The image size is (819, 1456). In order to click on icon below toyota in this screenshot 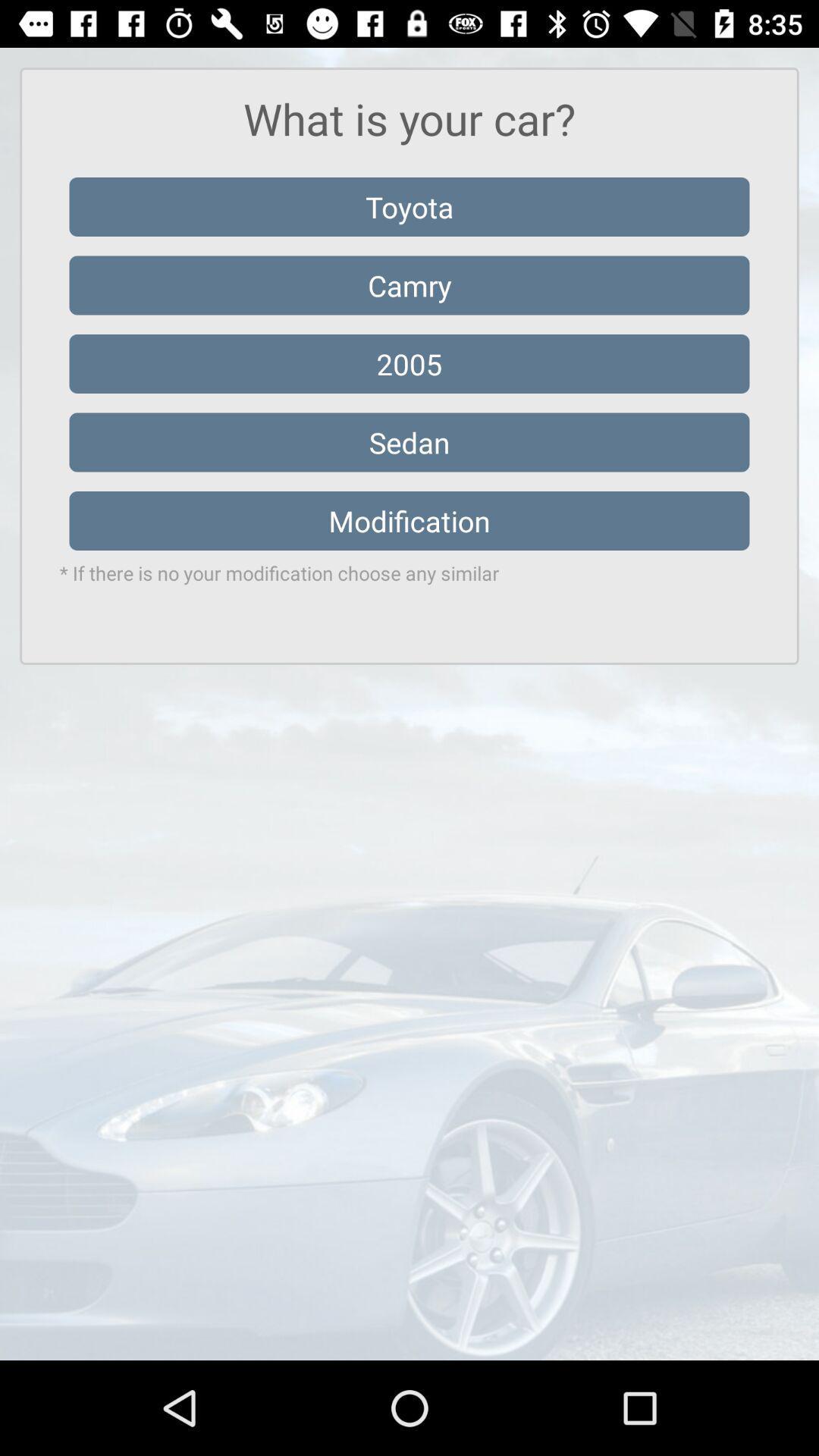, I will do `click(409, 285)`.